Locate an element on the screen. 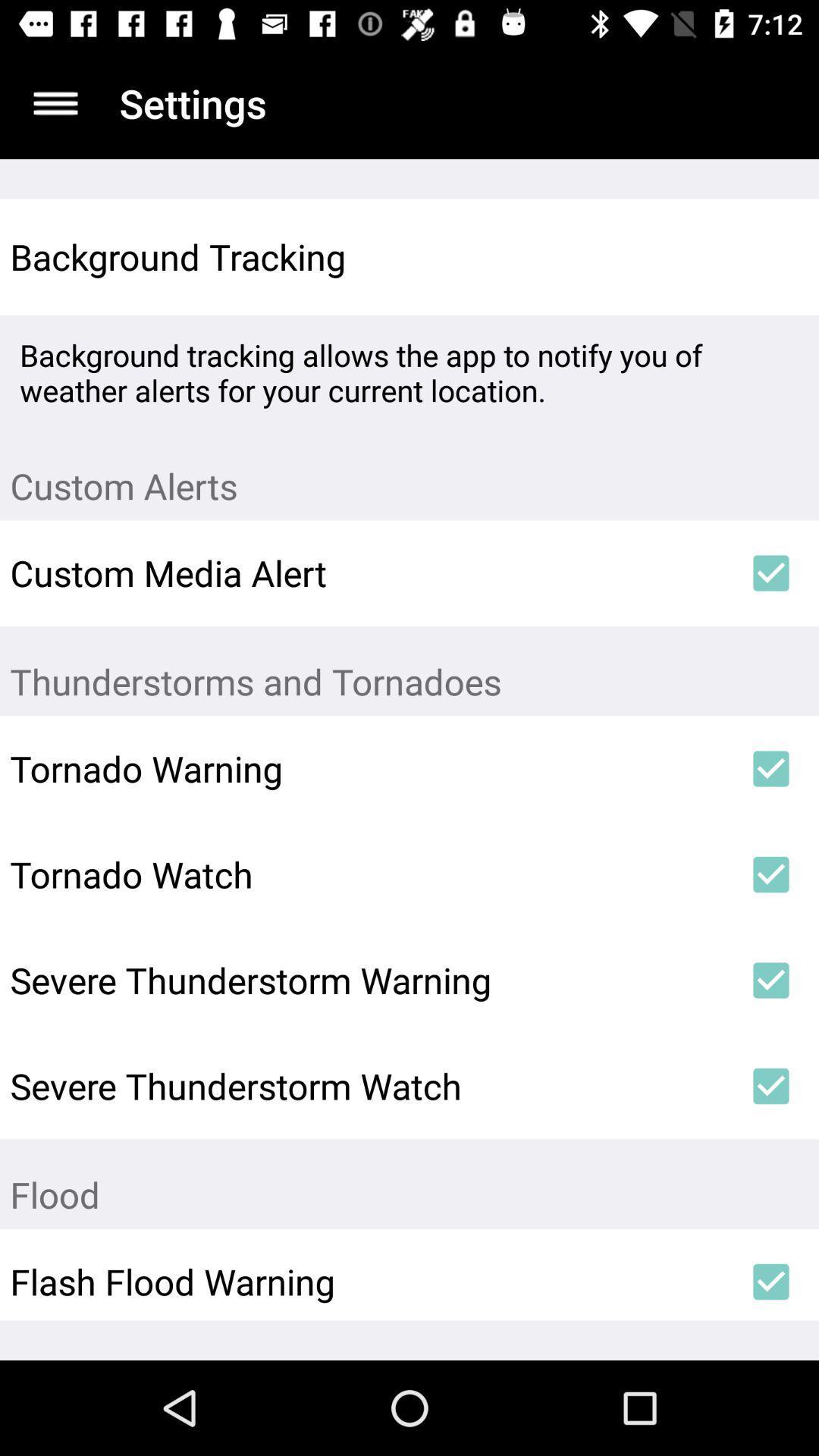  open menu is located at coordinates (55, 102).